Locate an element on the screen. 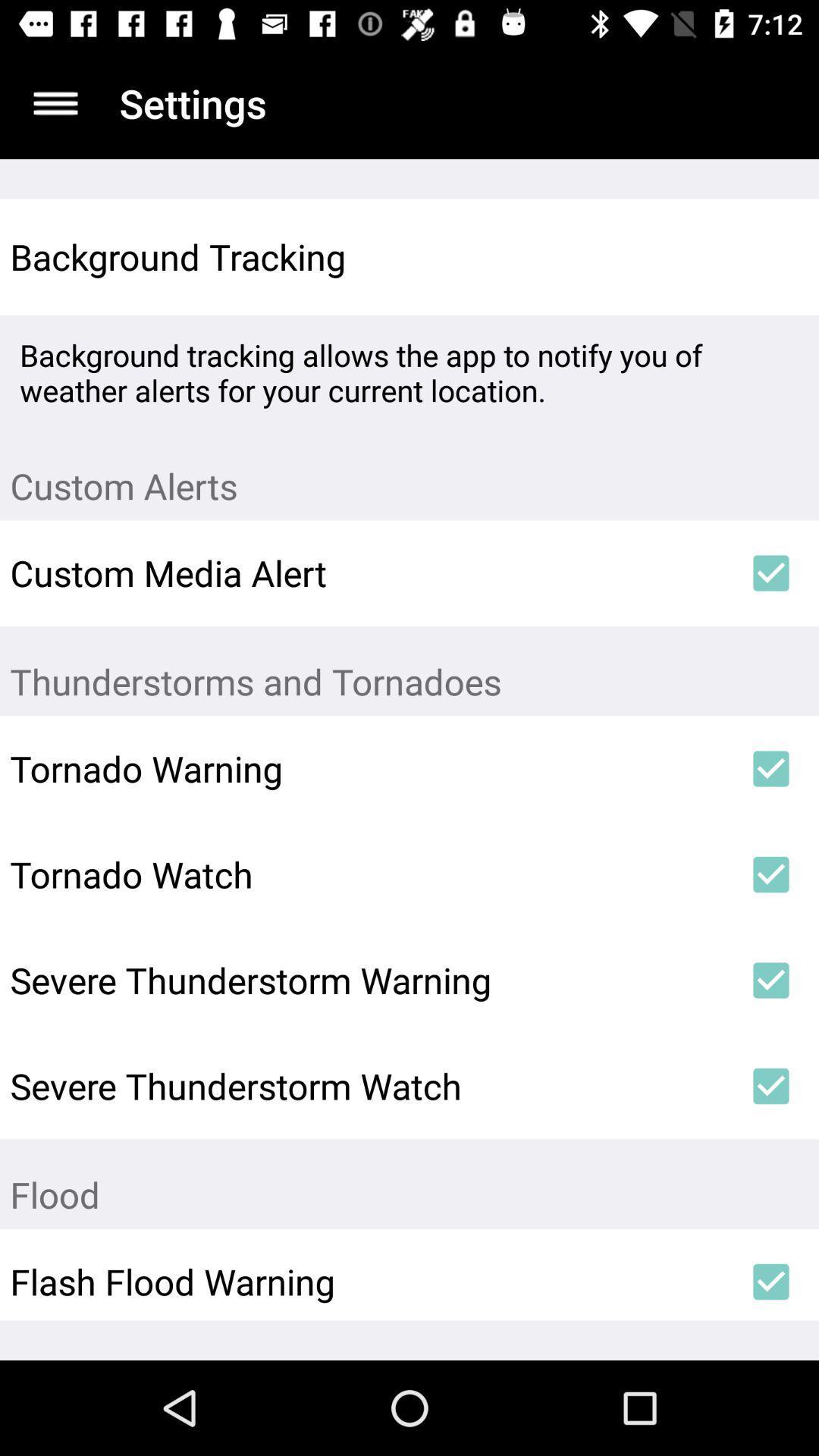  open menu is located at coordinates (55, 102).